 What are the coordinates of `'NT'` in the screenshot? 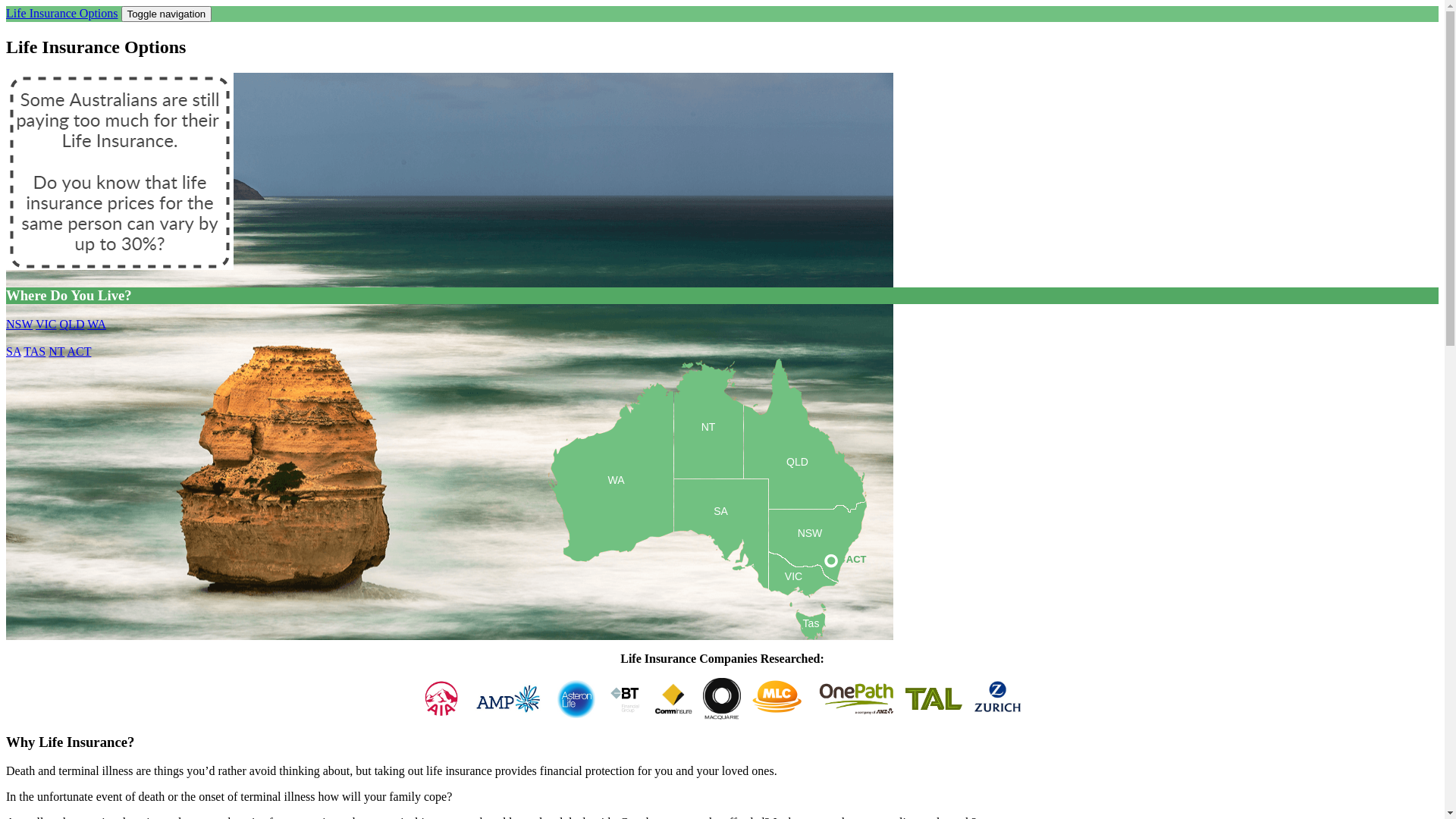 It's located at (707, 449).